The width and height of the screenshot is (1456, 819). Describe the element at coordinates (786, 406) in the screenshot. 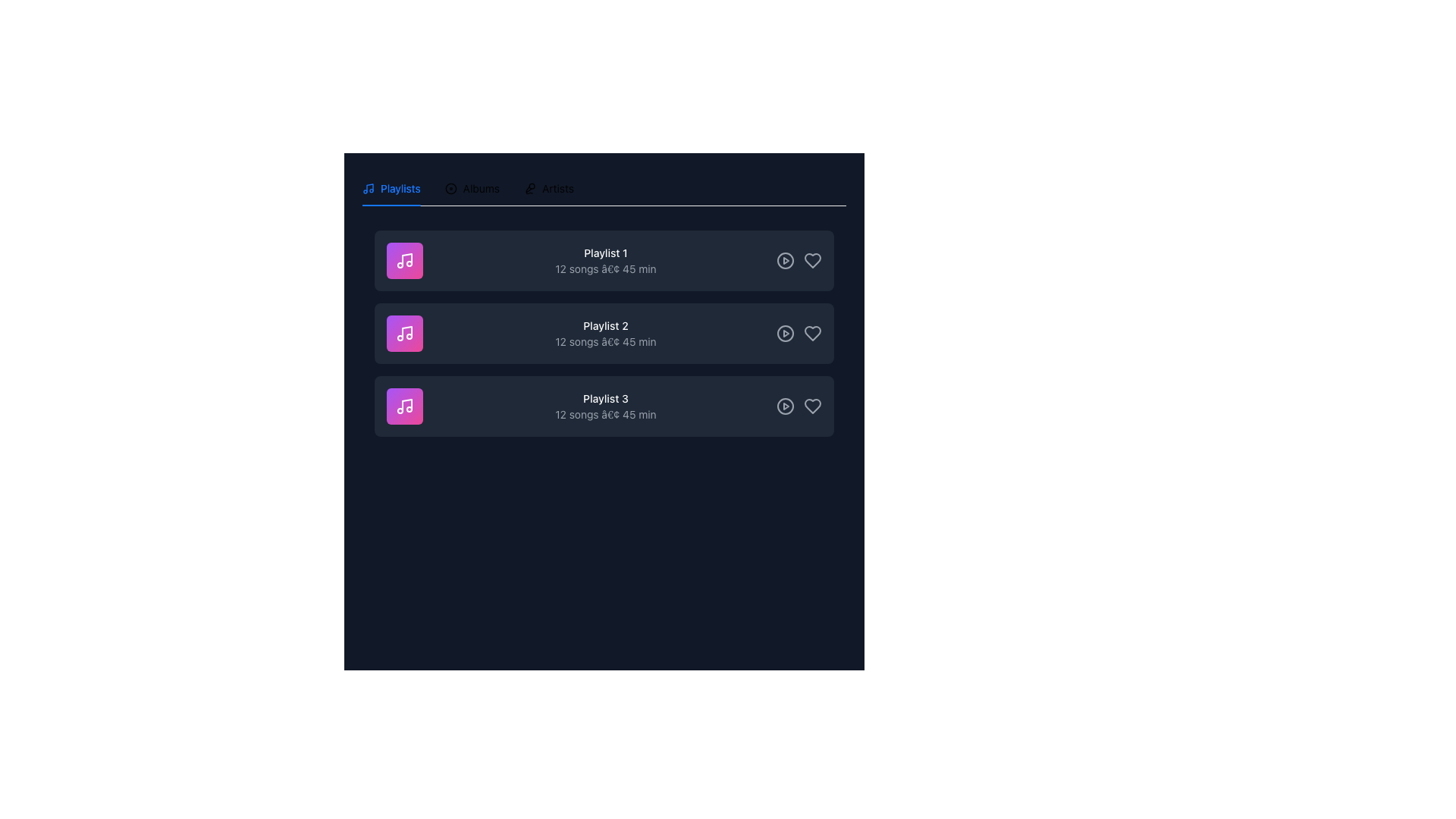

I see `the circular graphical element surrounding the play icon in the third playlist's actions row located at the bottom-right corner` at that location.